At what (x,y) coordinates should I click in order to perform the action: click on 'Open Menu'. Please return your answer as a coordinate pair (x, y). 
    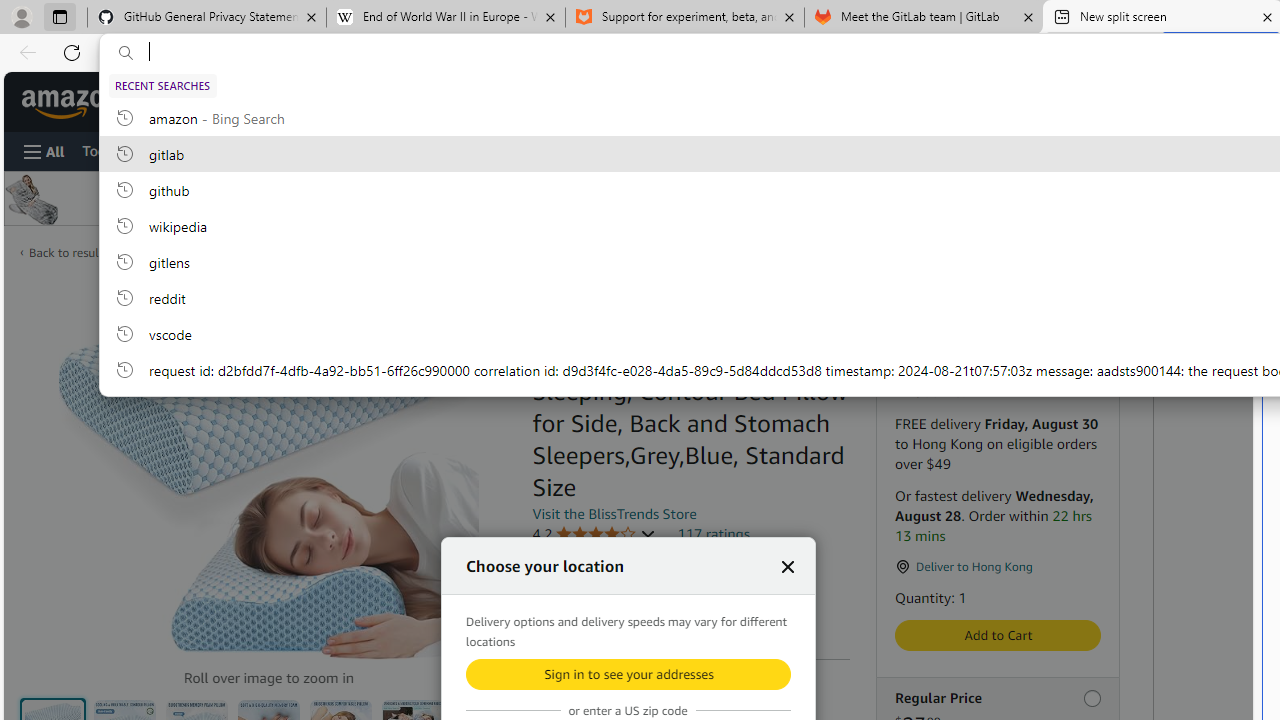
    Looking at the image, I should click on (44, 150).